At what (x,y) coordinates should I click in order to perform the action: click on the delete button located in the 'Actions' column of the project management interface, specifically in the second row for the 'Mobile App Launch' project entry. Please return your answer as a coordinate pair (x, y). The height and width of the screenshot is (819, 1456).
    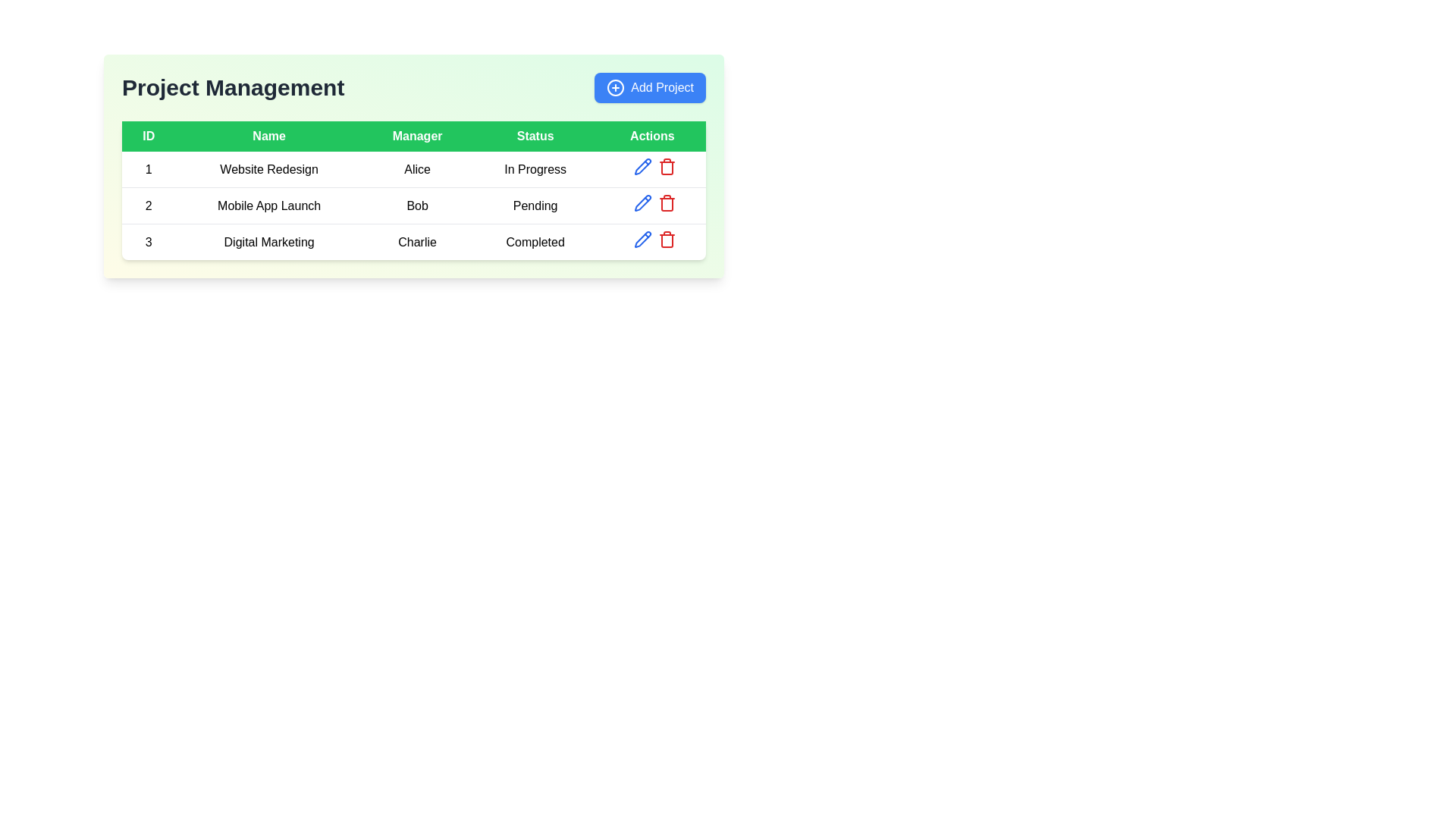
    Looking at the image, I should click on (667, 202).